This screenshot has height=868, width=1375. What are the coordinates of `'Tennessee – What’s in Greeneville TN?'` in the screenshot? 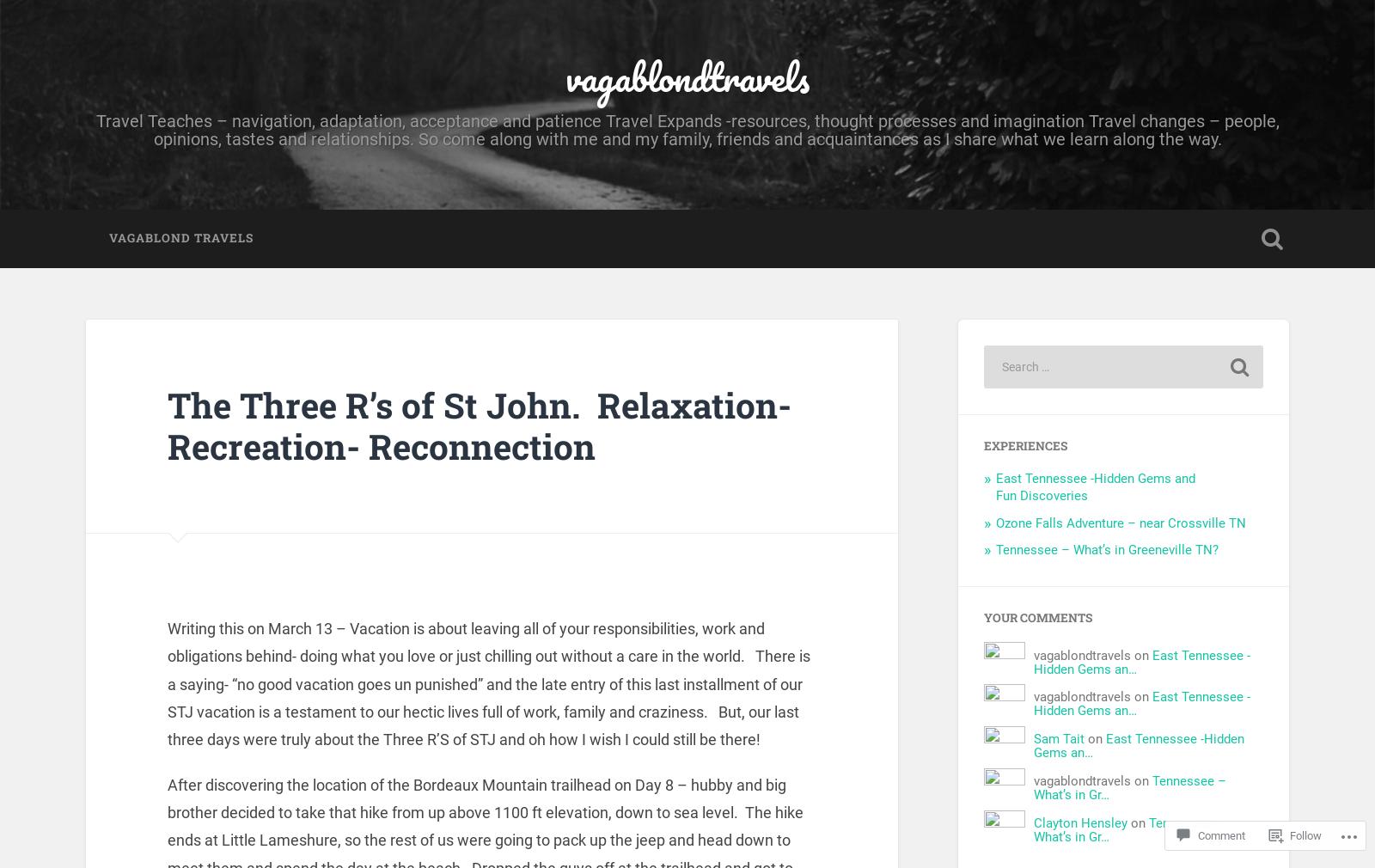 It's located at (1106, 549).